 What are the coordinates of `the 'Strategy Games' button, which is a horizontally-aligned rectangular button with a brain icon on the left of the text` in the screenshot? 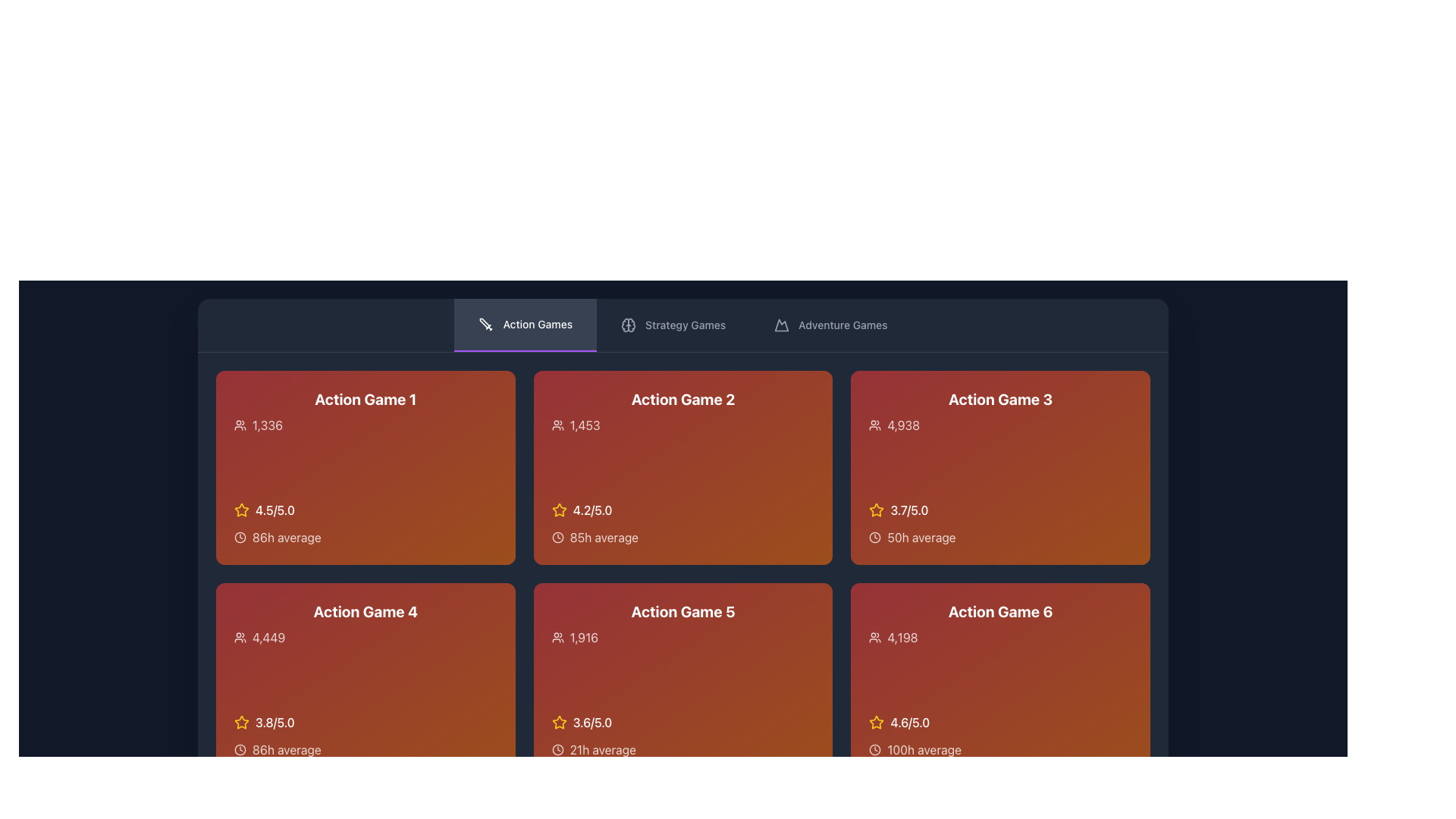 It's located at (673, 324).